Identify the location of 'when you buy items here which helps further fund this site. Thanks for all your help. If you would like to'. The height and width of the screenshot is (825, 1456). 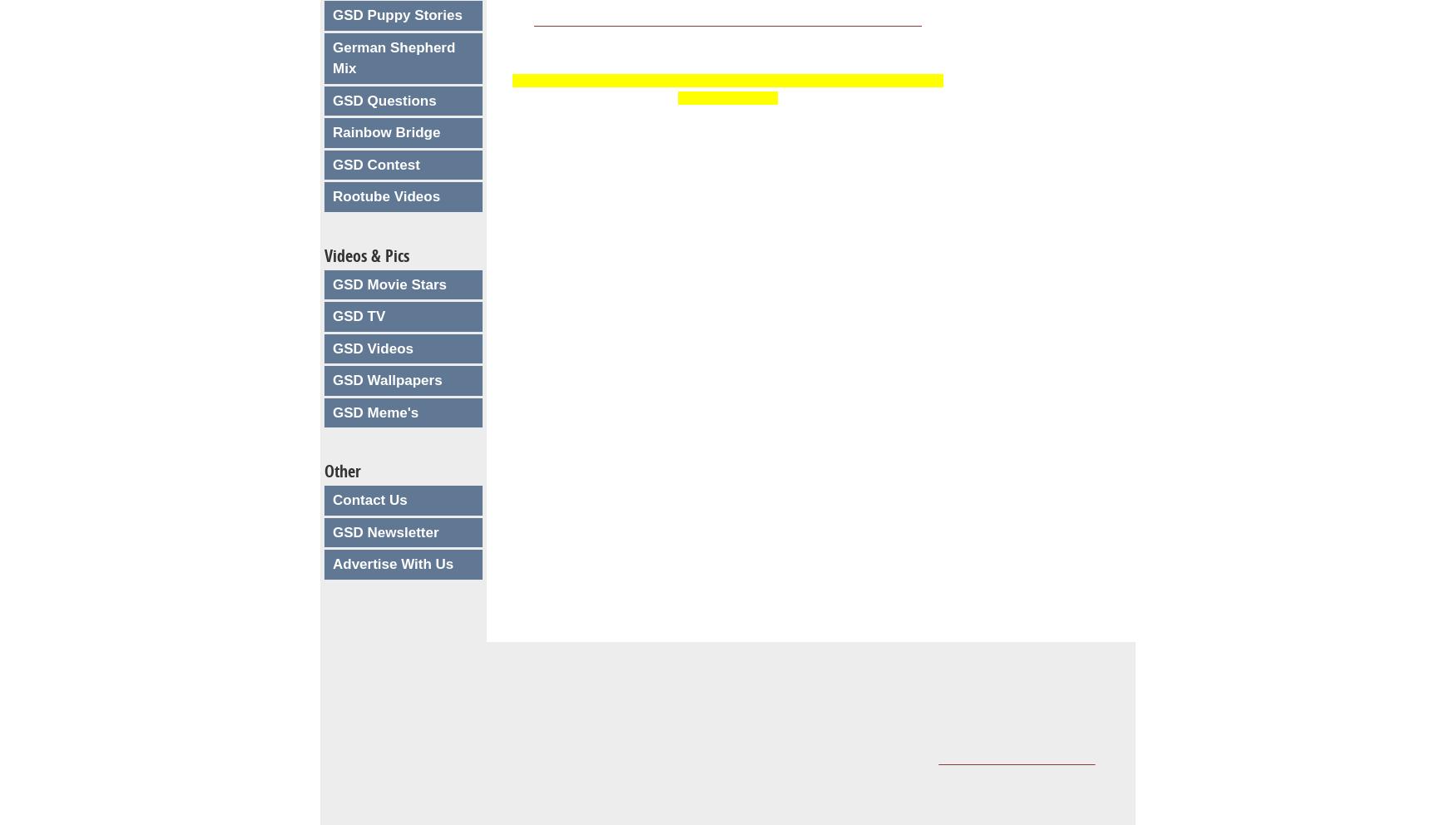
(648, 758).